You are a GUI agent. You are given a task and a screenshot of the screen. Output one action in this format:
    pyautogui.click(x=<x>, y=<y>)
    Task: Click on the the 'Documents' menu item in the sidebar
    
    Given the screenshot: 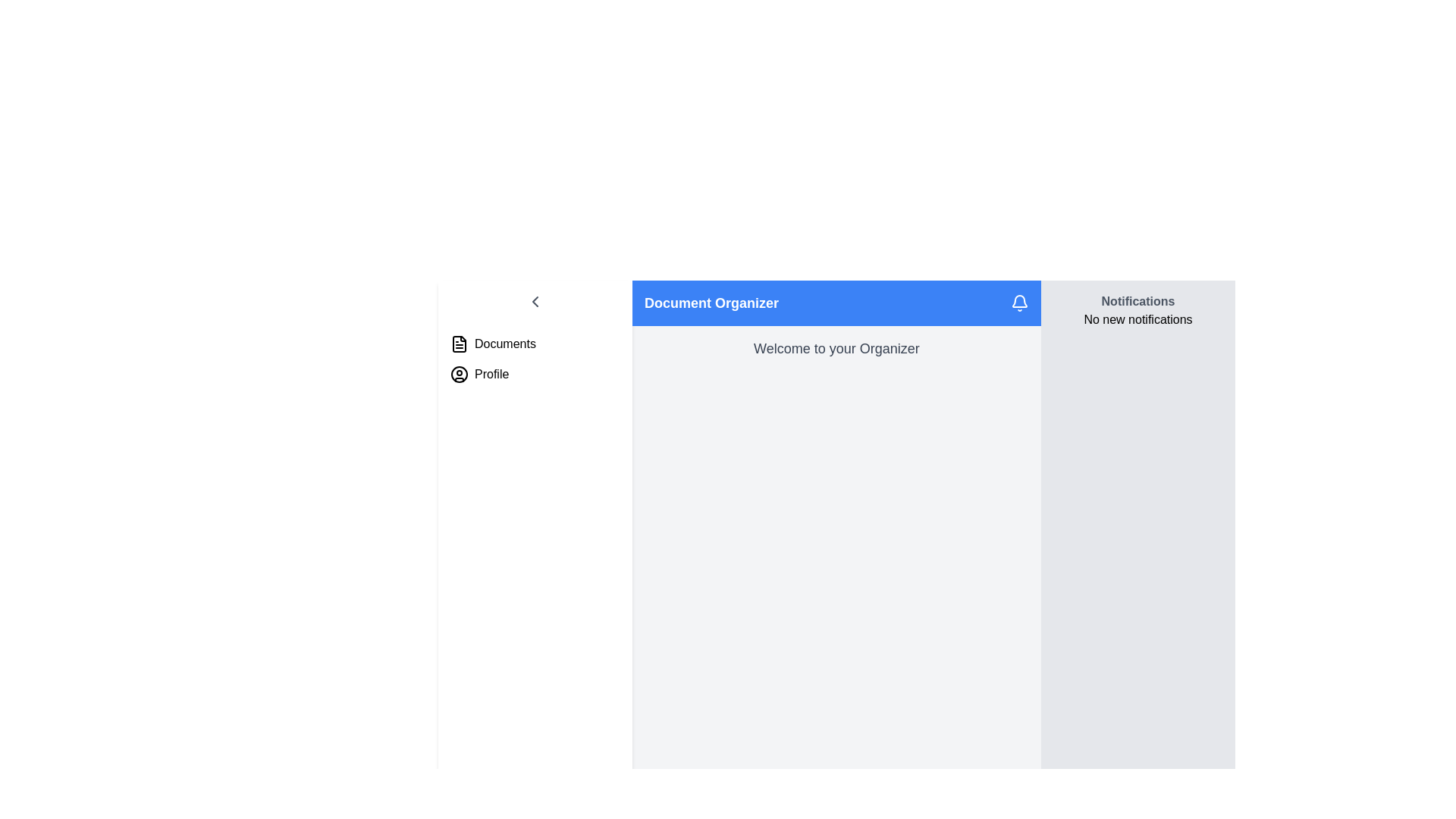 What is the action you would take?
    pyautogui.click(x=535, y=344)
    